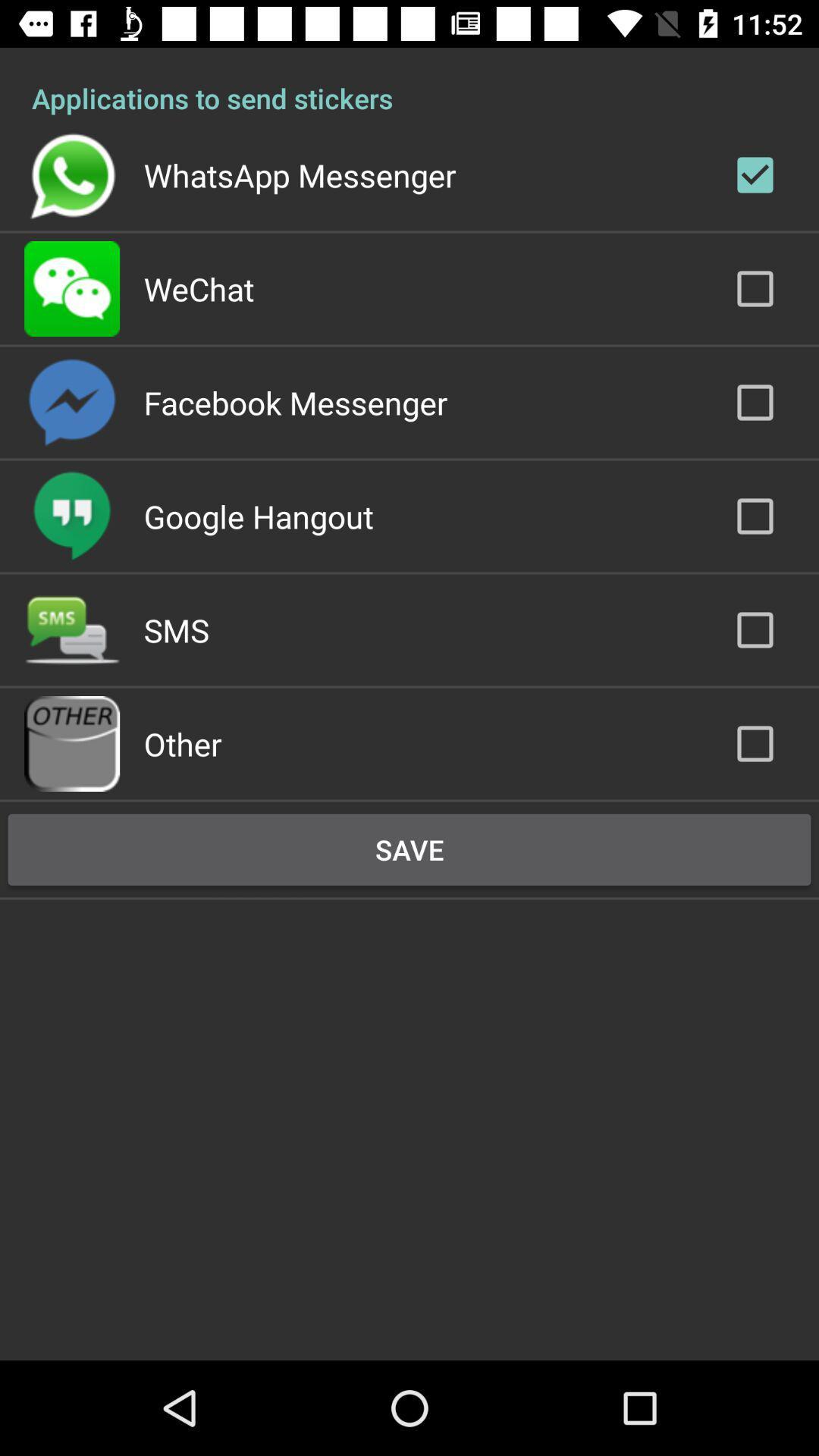 The height and width of the screenshot is (1456, 819). Describe the element at coordinates (295, 403) in the screenshot. I see `the facebook messenger` at that location.